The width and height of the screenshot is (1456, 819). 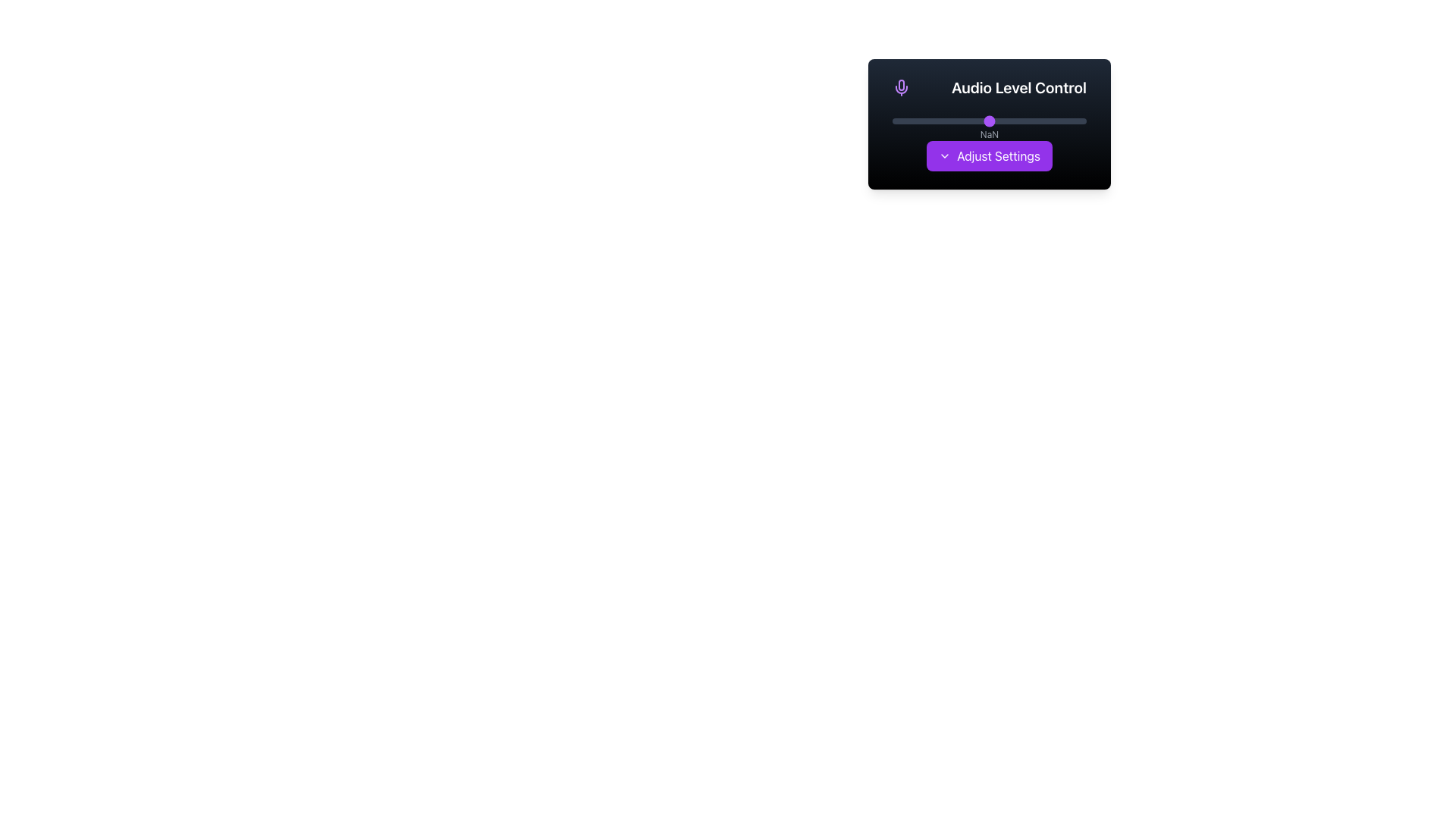 What do you see at coordinates (1053, 120) in the screenshot?
I see `the slider value` at bounding box center [1053, 120].